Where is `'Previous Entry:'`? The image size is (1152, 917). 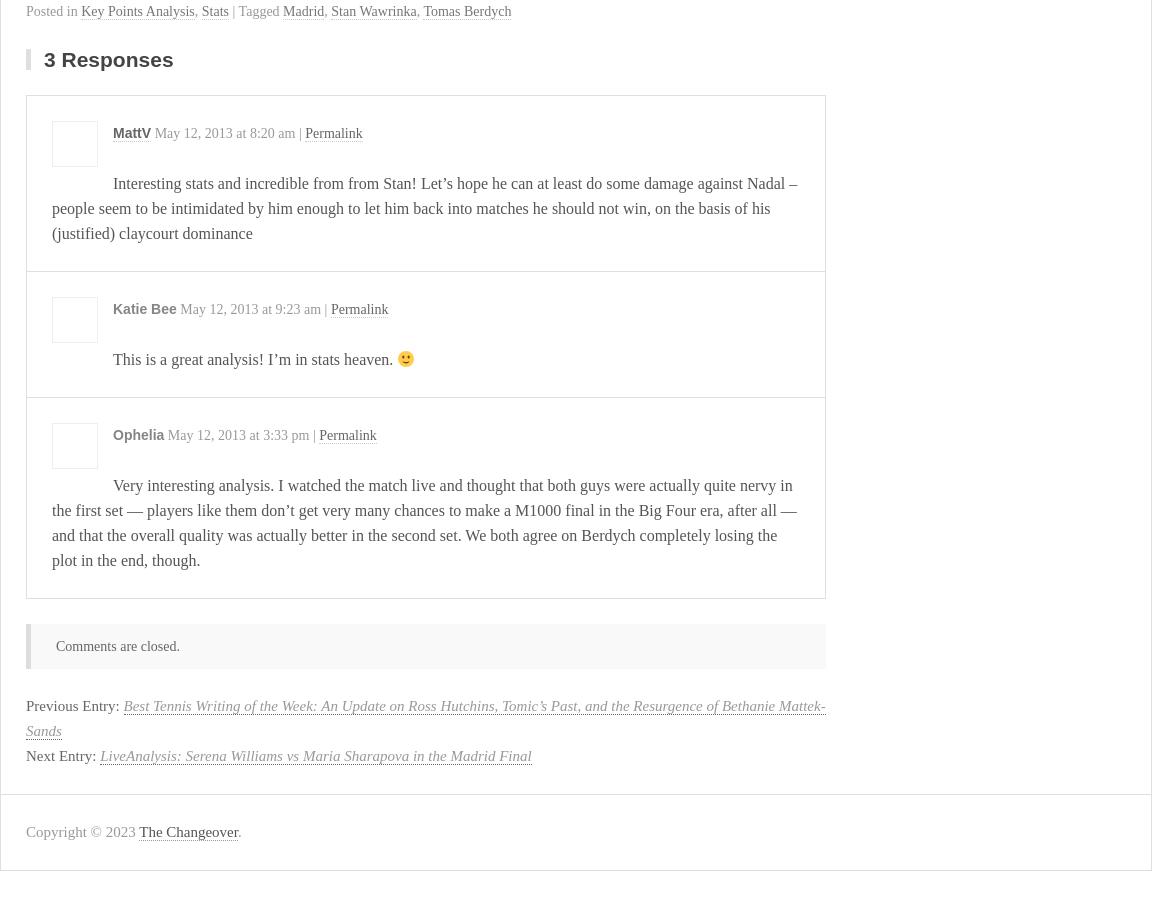
'Previous Entry:' is located at coordinates (73, 705).